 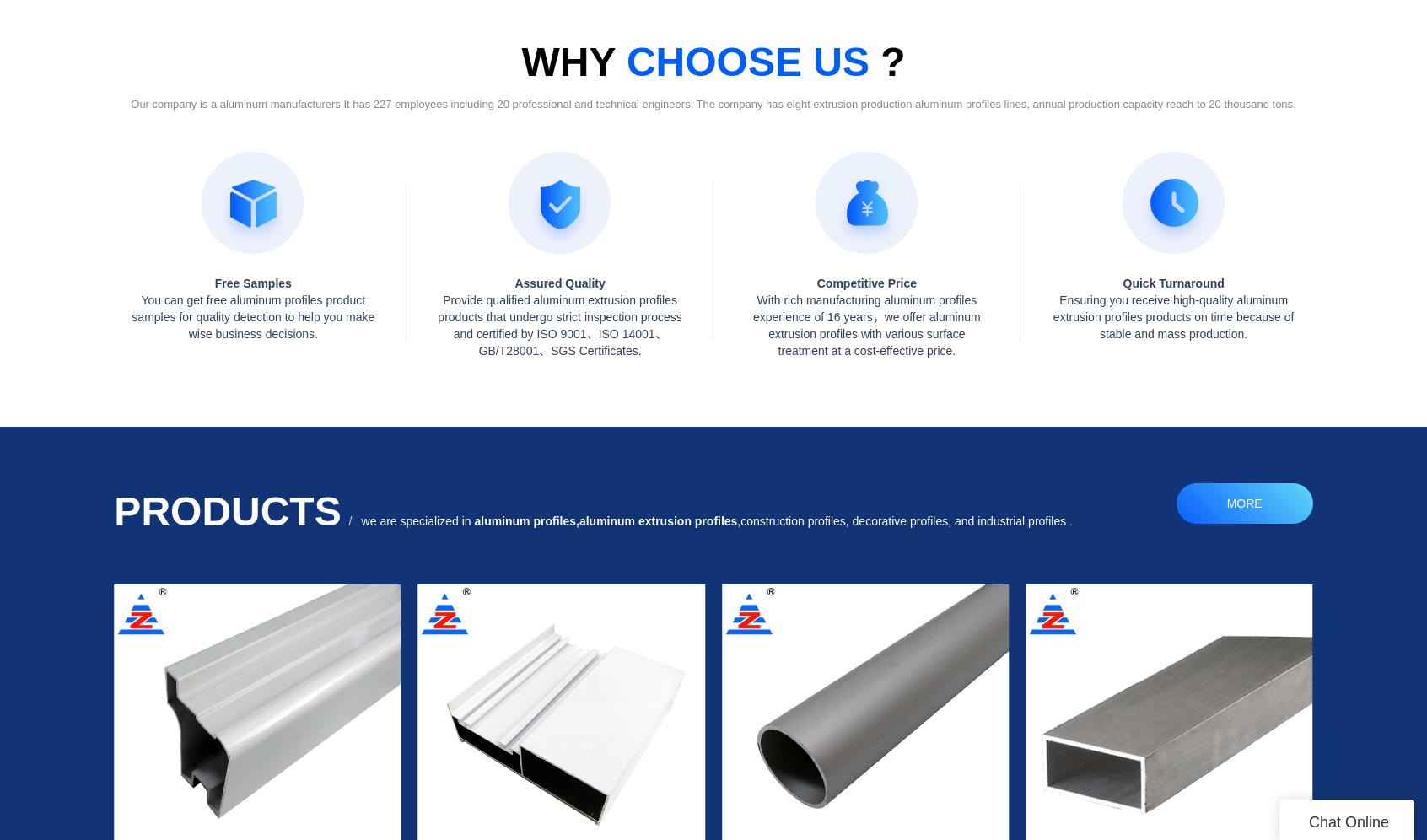 What do you see at coordinates (865, 323) in the screenshot?
I see `'With rich manufacturing aluminum profiles experience of 16 years，we offer aluminum extrusion profiles with various surface treatment at a cost-effective price.'` at bounding box center [865, 323].